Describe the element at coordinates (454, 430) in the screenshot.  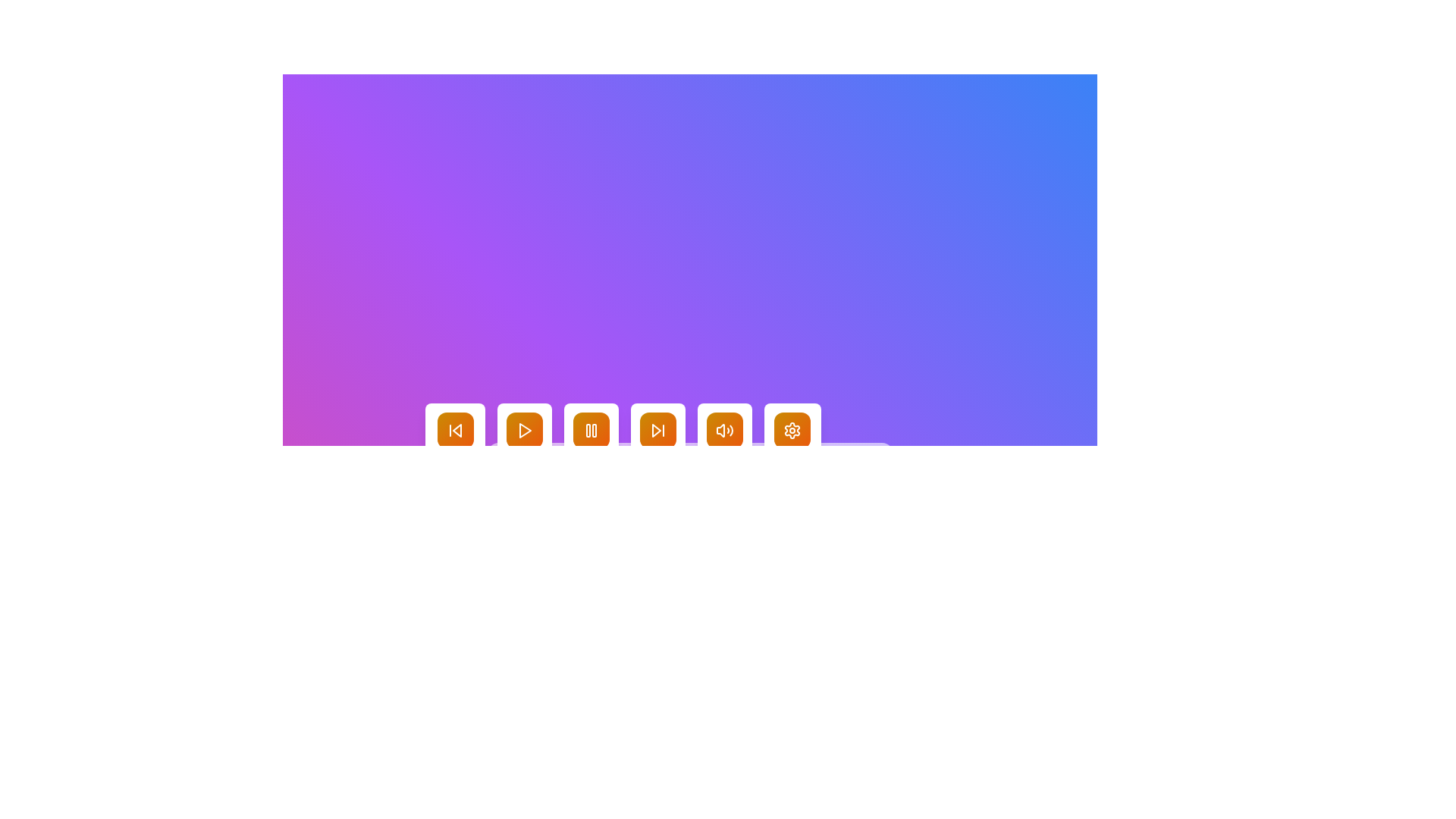
I see `the orange button with a white outlined backward arrow icon` at that location.